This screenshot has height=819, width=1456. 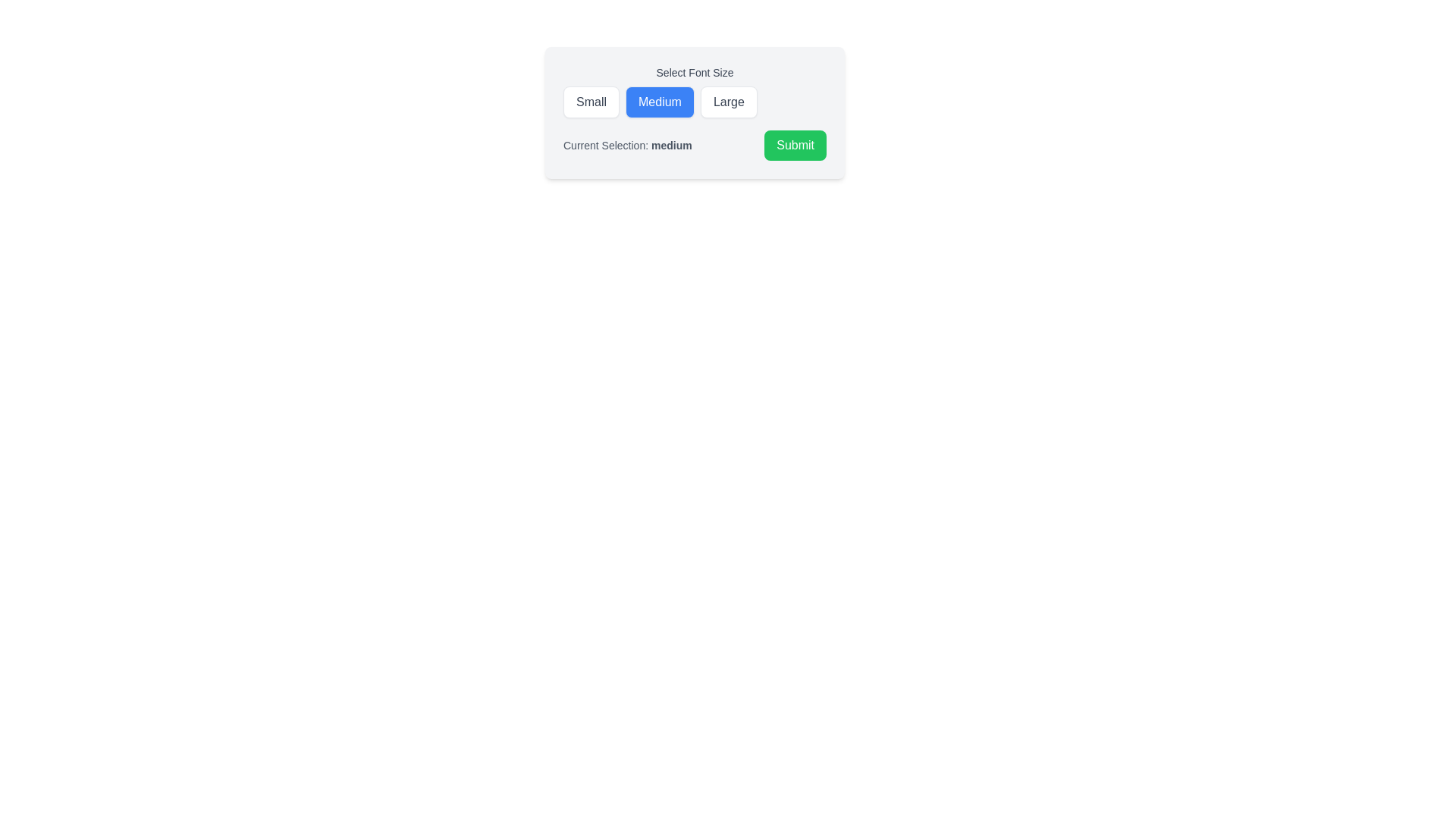 What do you see at coordinates (590, 102) in the screenshot?
I see `the 'Small' button, which has a white background, gray text, and is the first button under 'Select Font Size'` at bounding box center [590, 102].